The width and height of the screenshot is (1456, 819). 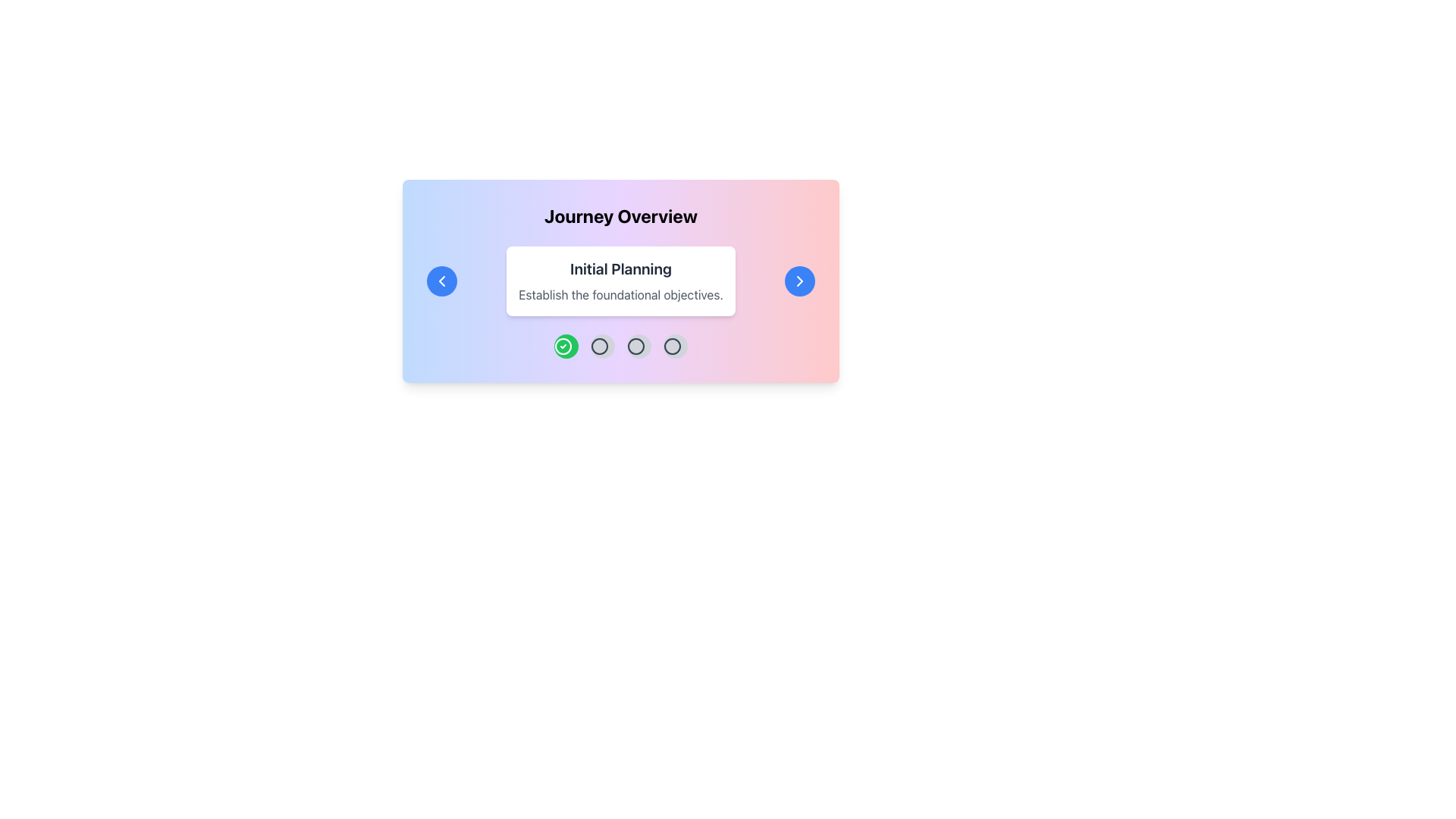 I want to click on the Text Content Block displaying 'Initial Planning' with subtext 'Establish the foundational objectives.', so click(x=621, y=281).